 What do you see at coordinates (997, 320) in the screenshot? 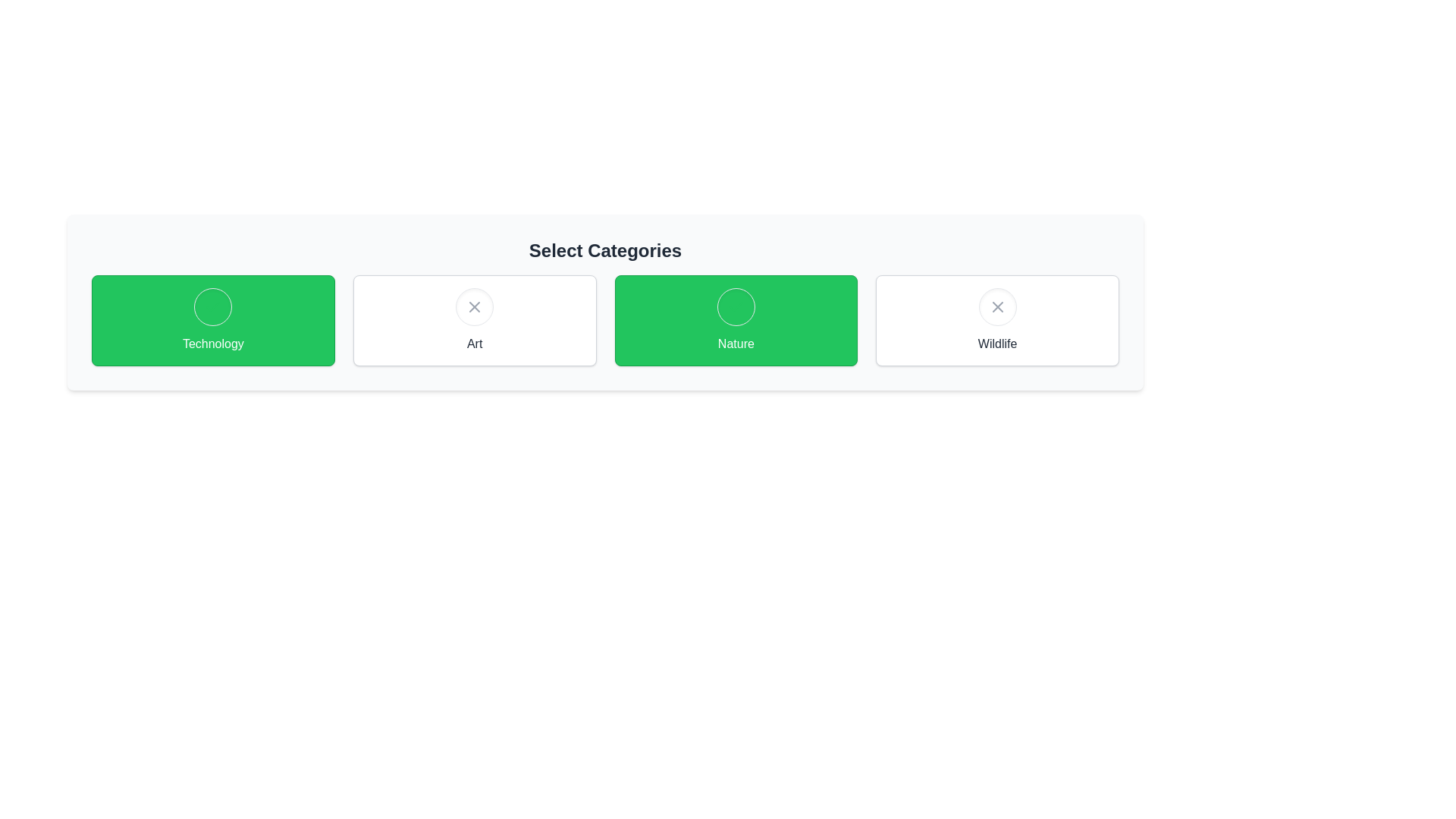
I see `the category chip labeled Wildlife` at bounding box center [997, 320].